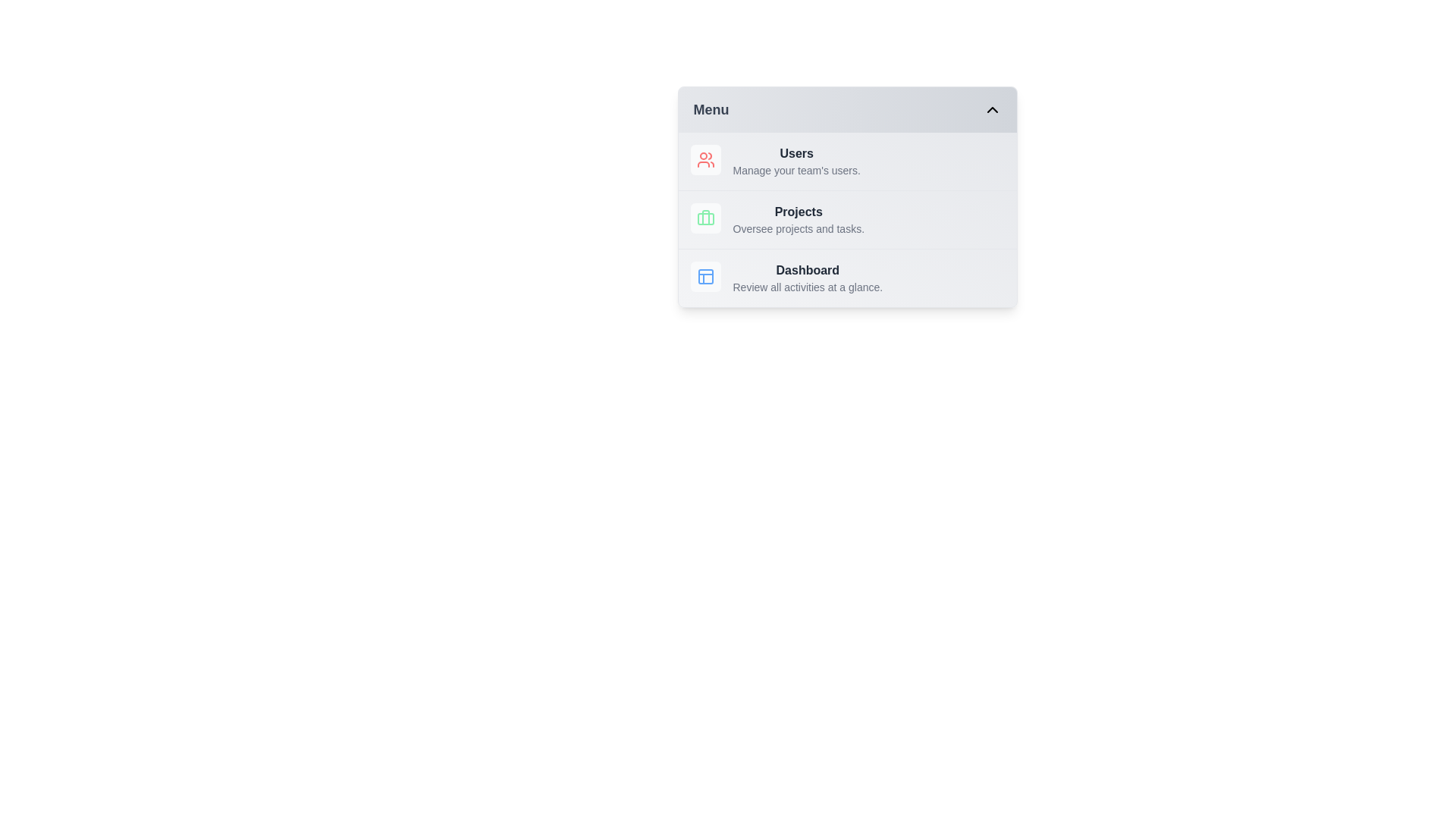 The height and width of the screenshot is (819, 1456). What do you see at coordinates (704, 160) in the screenshot?
I see `the menu icon for Users` at bounding box center [704, 160].